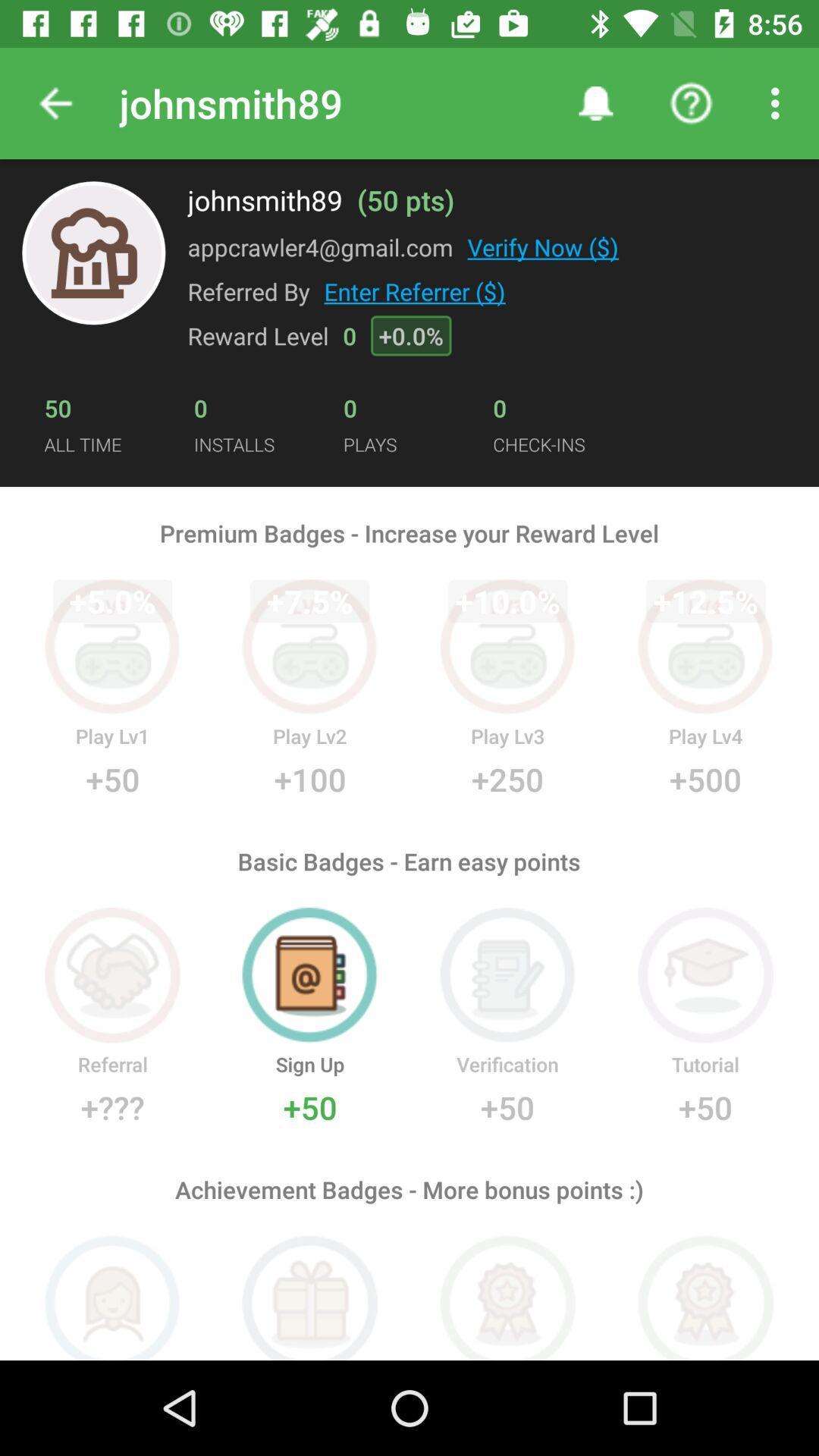 This screenshot has width=819, height=1456. I want to click on the option which is right side to the bell option, so click(691, 103).